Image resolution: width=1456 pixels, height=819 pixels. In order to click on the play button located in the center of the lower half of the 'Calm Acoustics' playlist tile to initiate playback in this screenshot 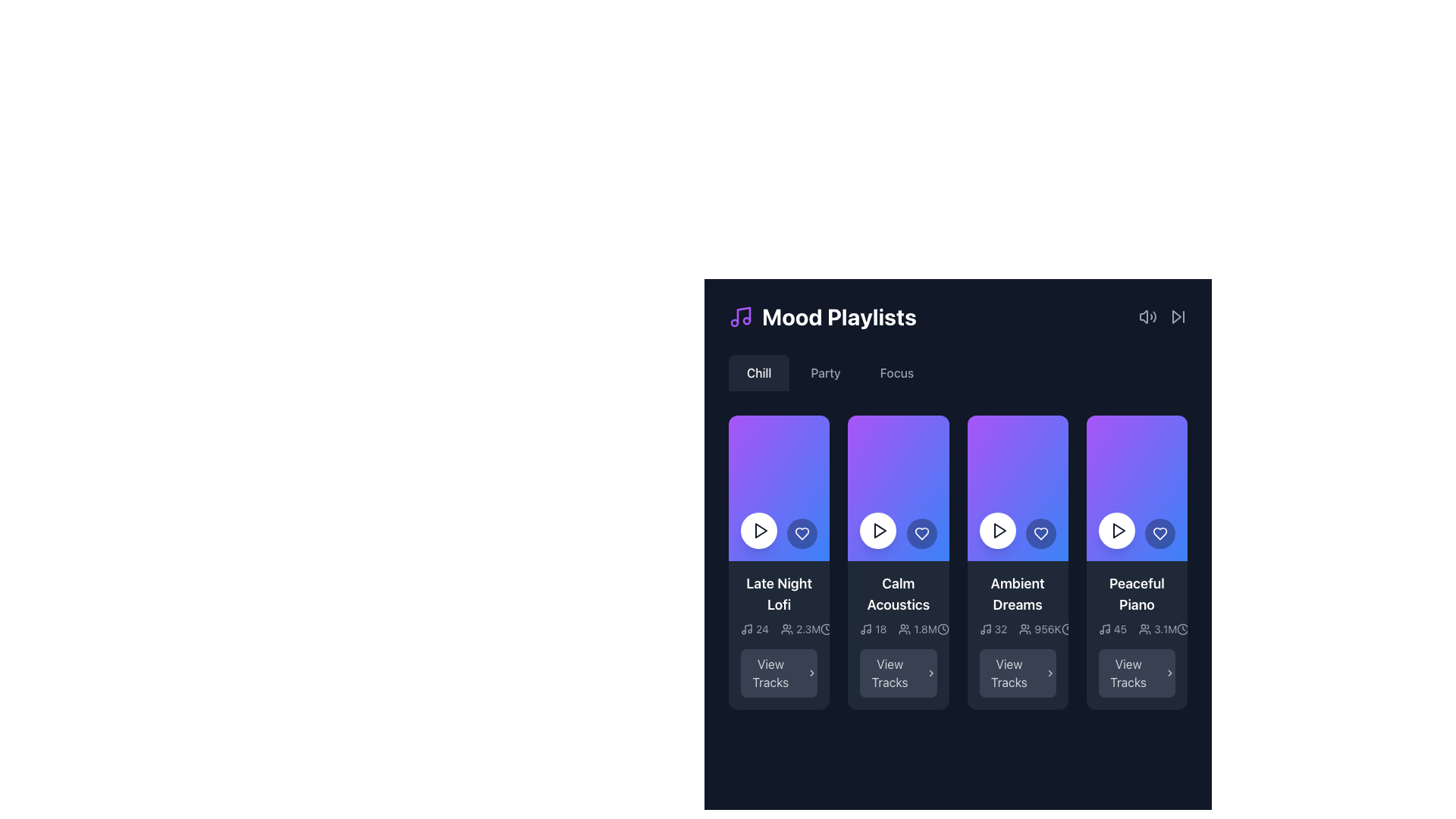, I will do `click(880, 529)`.